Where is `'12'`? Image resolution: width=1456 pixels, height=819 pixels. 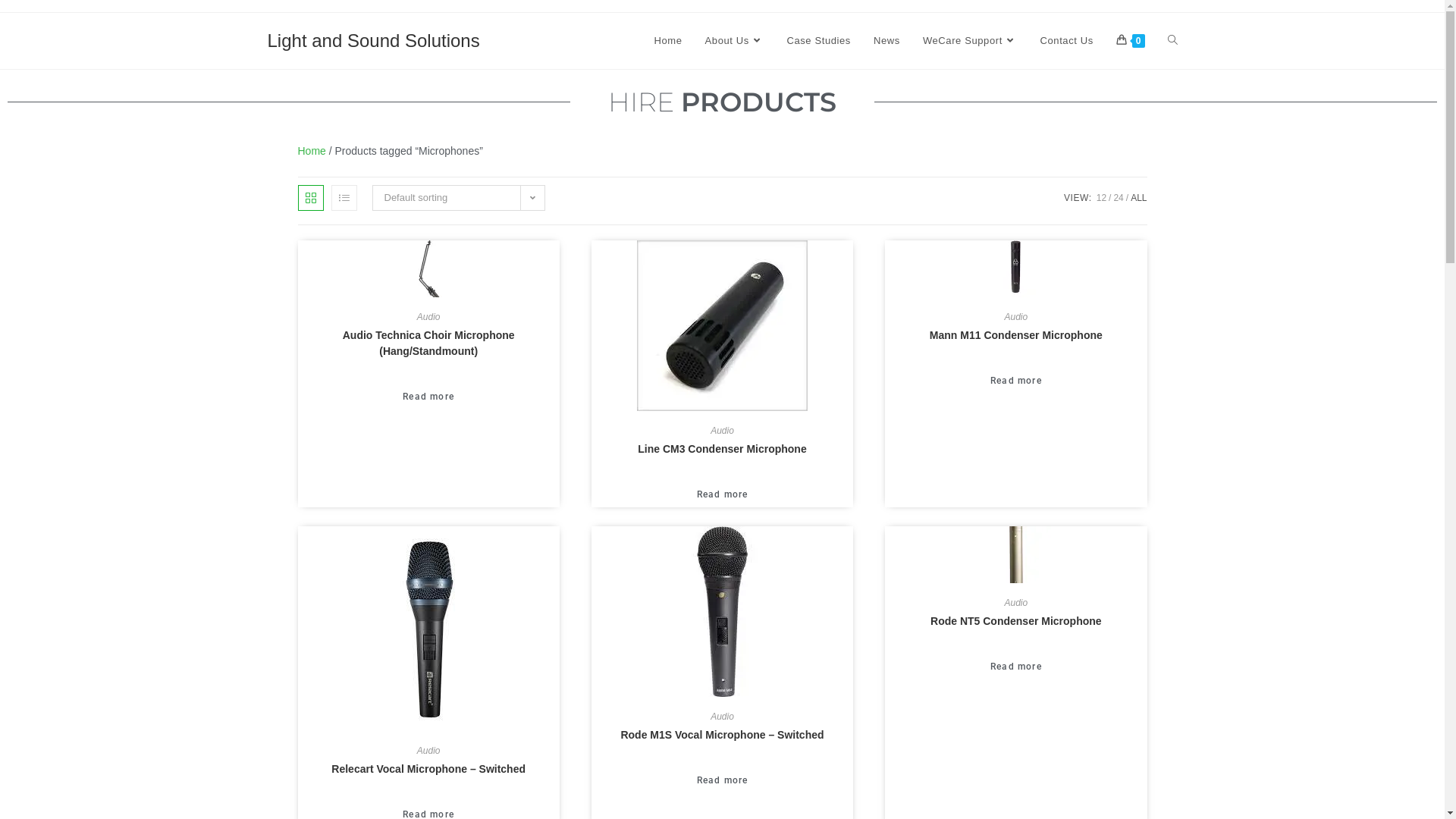
'12' is located at coordinates (1101, 197).